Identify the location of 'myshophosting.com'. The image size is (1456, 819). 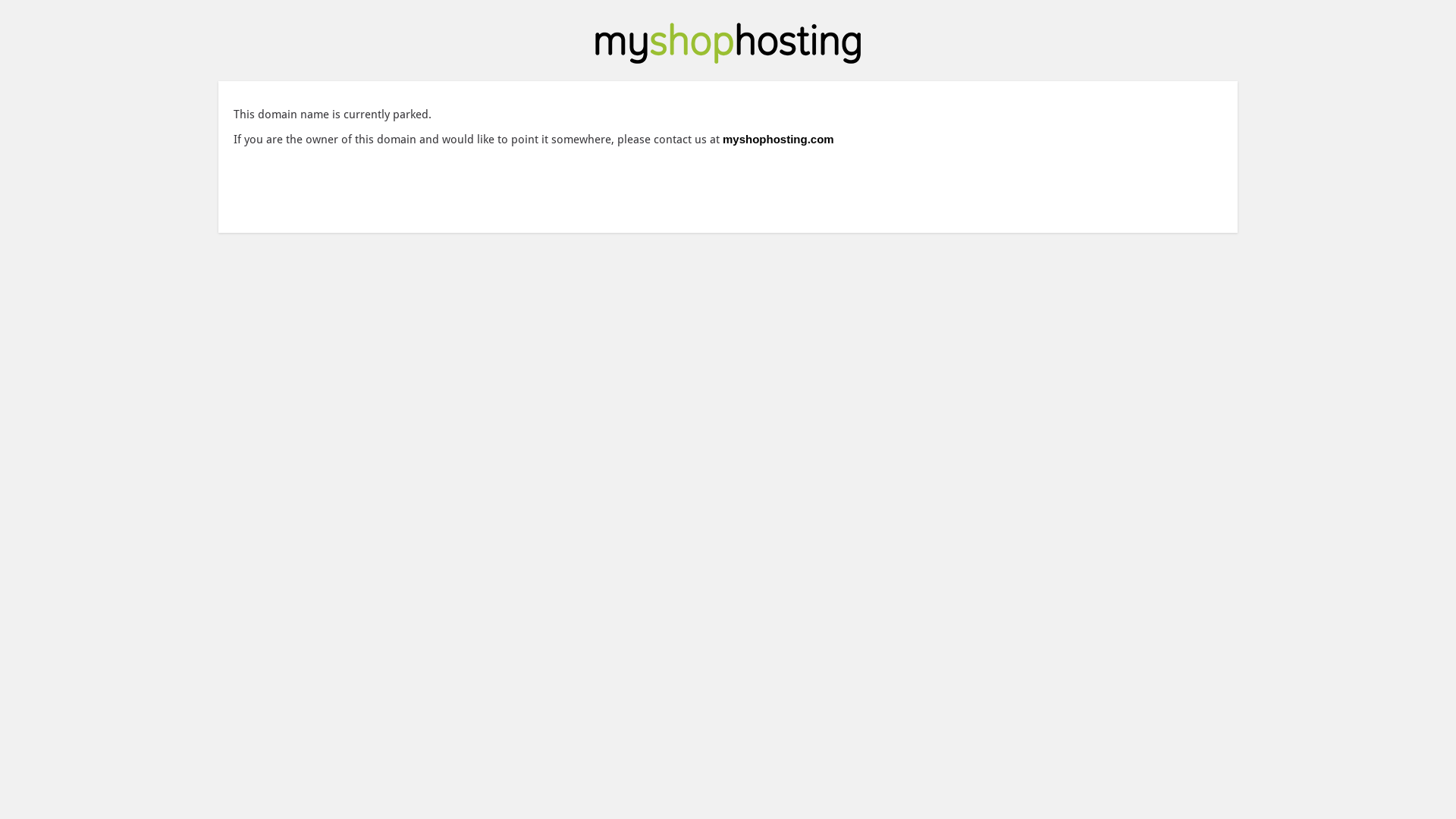
(778, 139).